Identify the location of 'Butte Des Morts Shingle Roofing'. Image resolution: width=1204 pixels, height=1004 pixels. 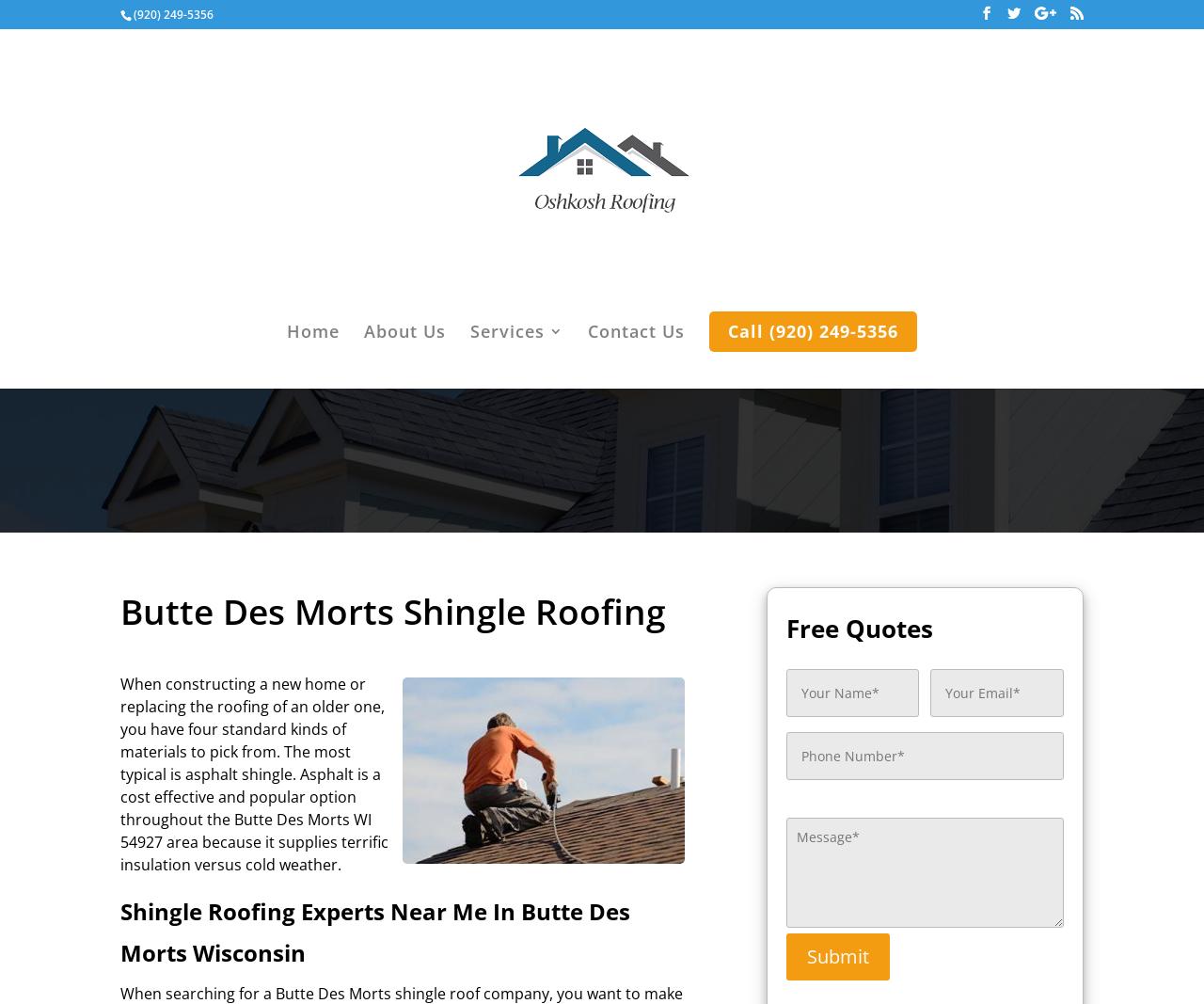
(119, 610).